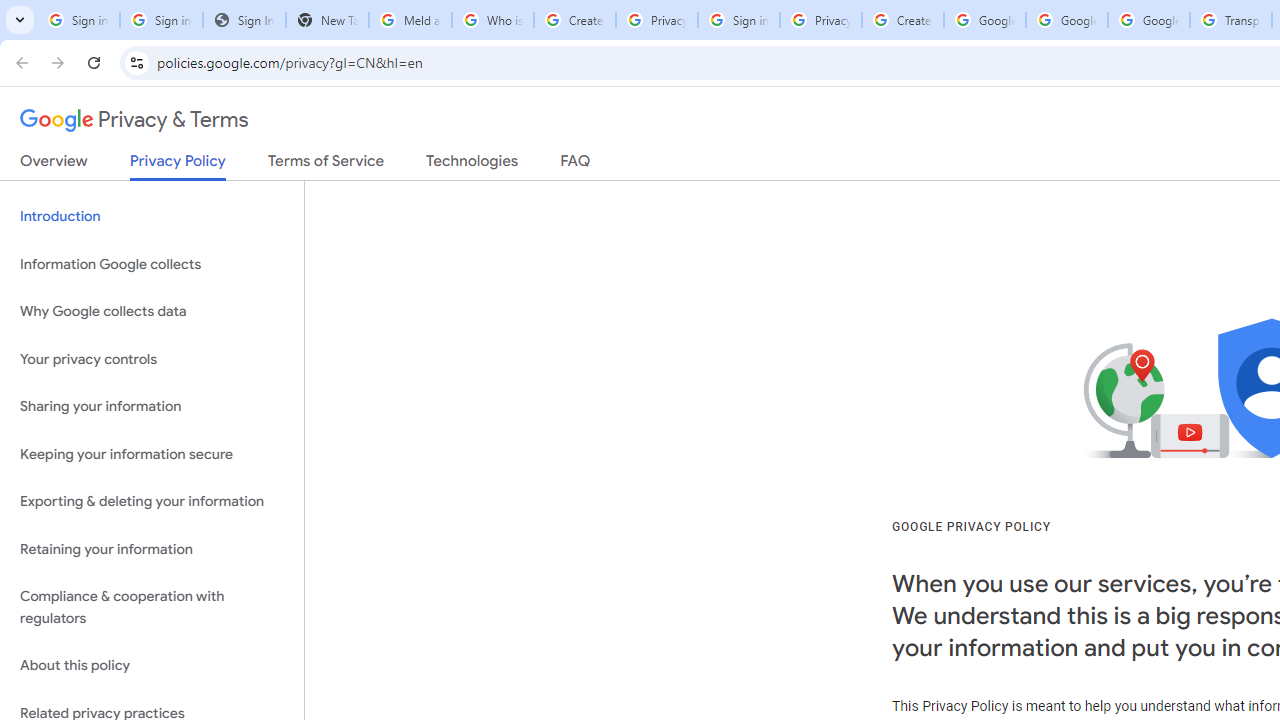 This screenshot has height=720, width=1280. I want to click on 'Your privacy controls', so click(151, 358).